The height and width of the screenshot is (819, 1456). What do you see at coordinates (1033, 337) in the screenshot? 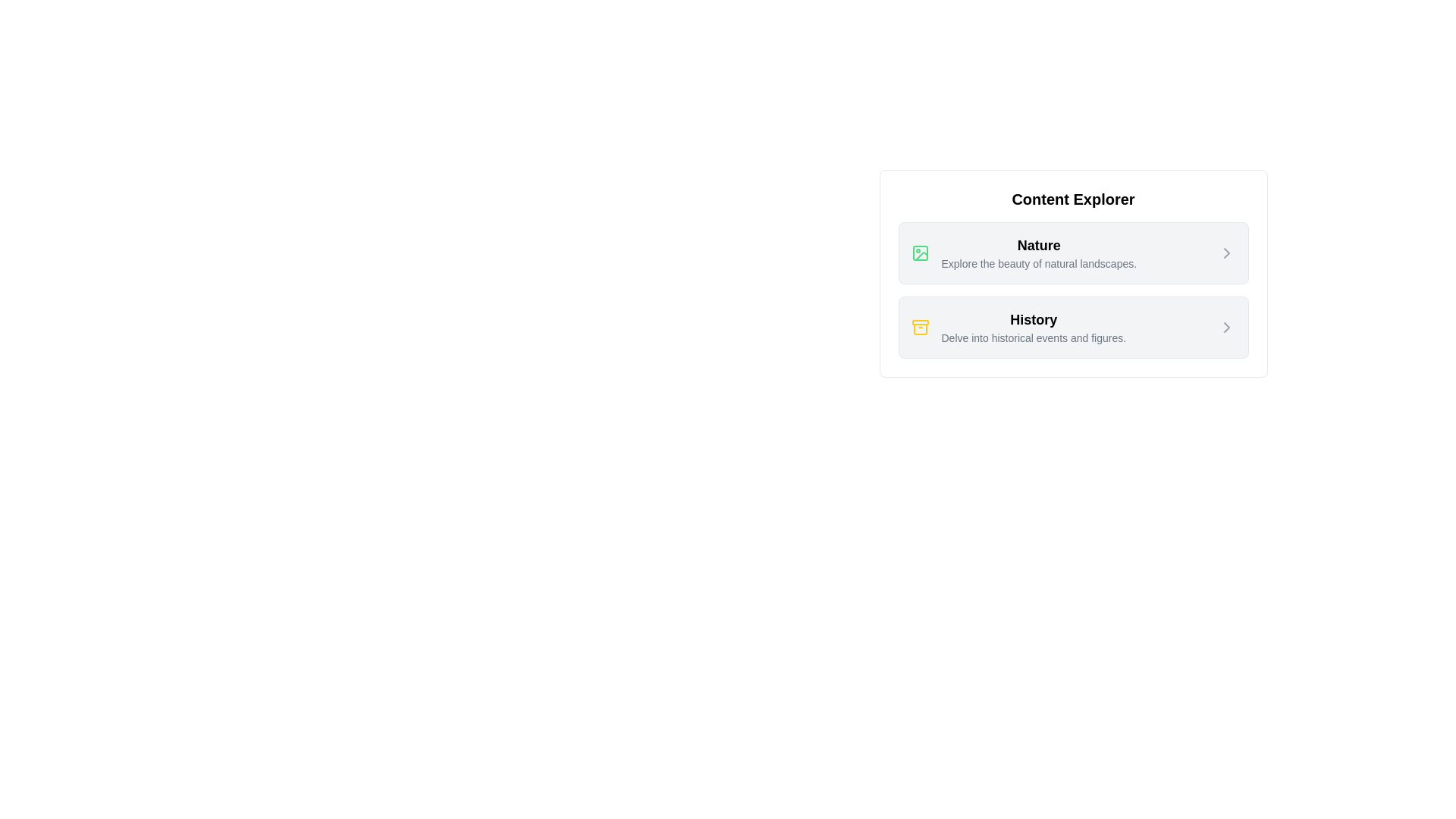
I see `the descriptive text label that reads 'Delve into historical events and figures.' located below the 'History' heading in the 'Content Explorer' section` at bounding box center [1033, 337].